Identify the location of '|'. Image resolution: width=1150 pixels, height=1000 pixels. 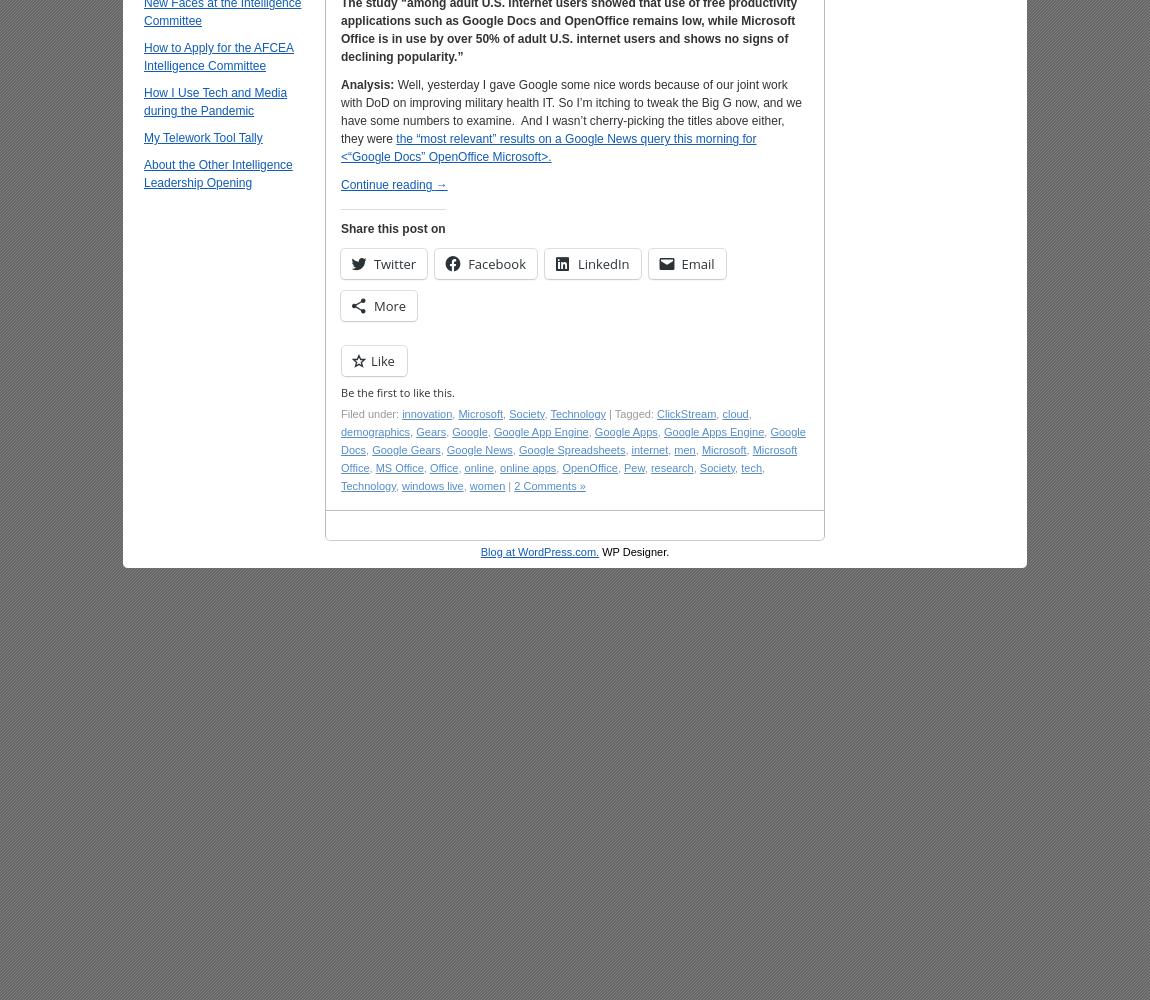
(509, 484).